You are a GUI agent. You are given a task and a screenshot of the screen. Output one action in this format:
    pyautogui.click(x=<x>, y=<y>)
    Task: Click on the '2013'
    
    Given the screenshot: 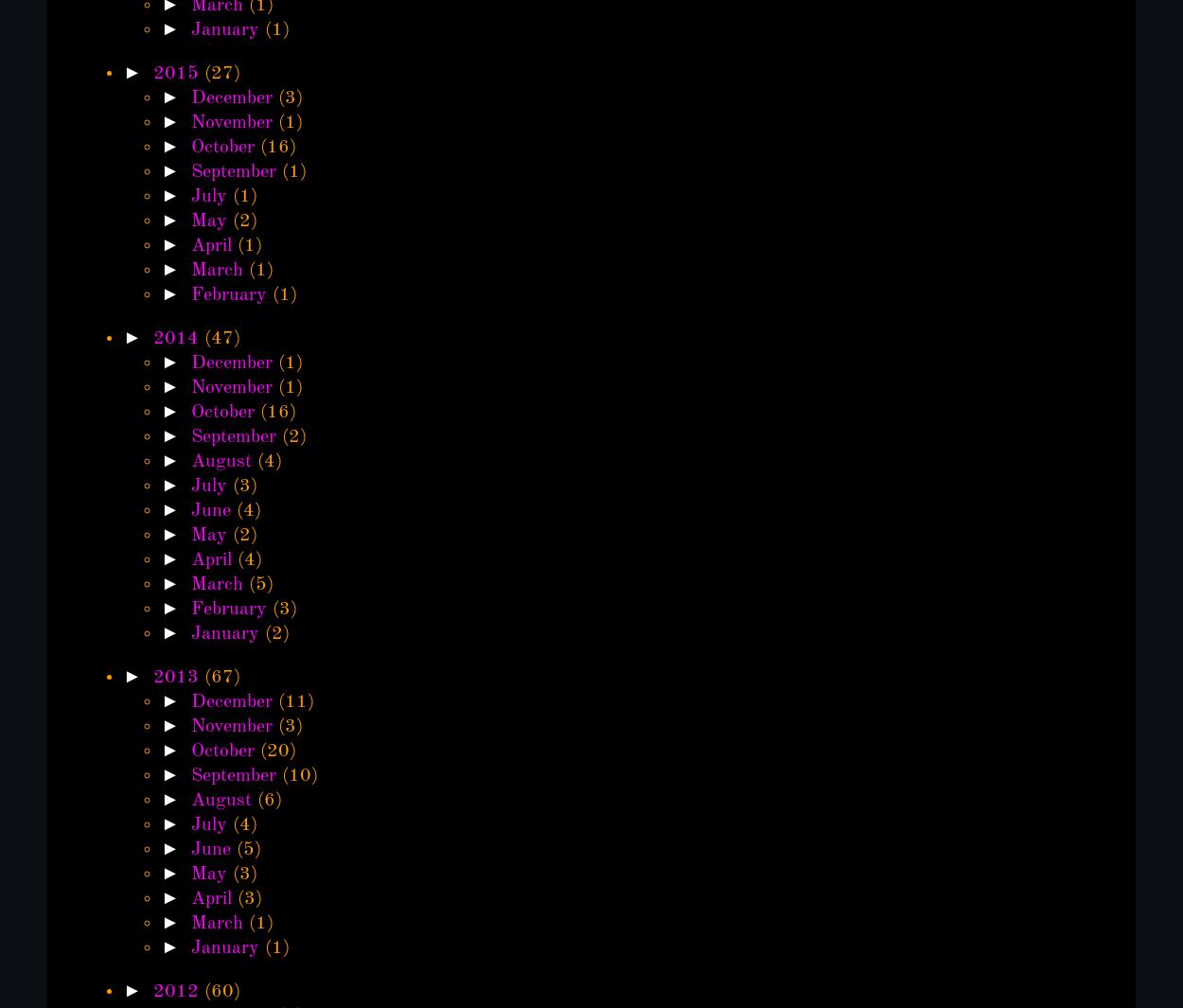 What is the action you would take?
    pyautogui.click(x=175, y=677)
    